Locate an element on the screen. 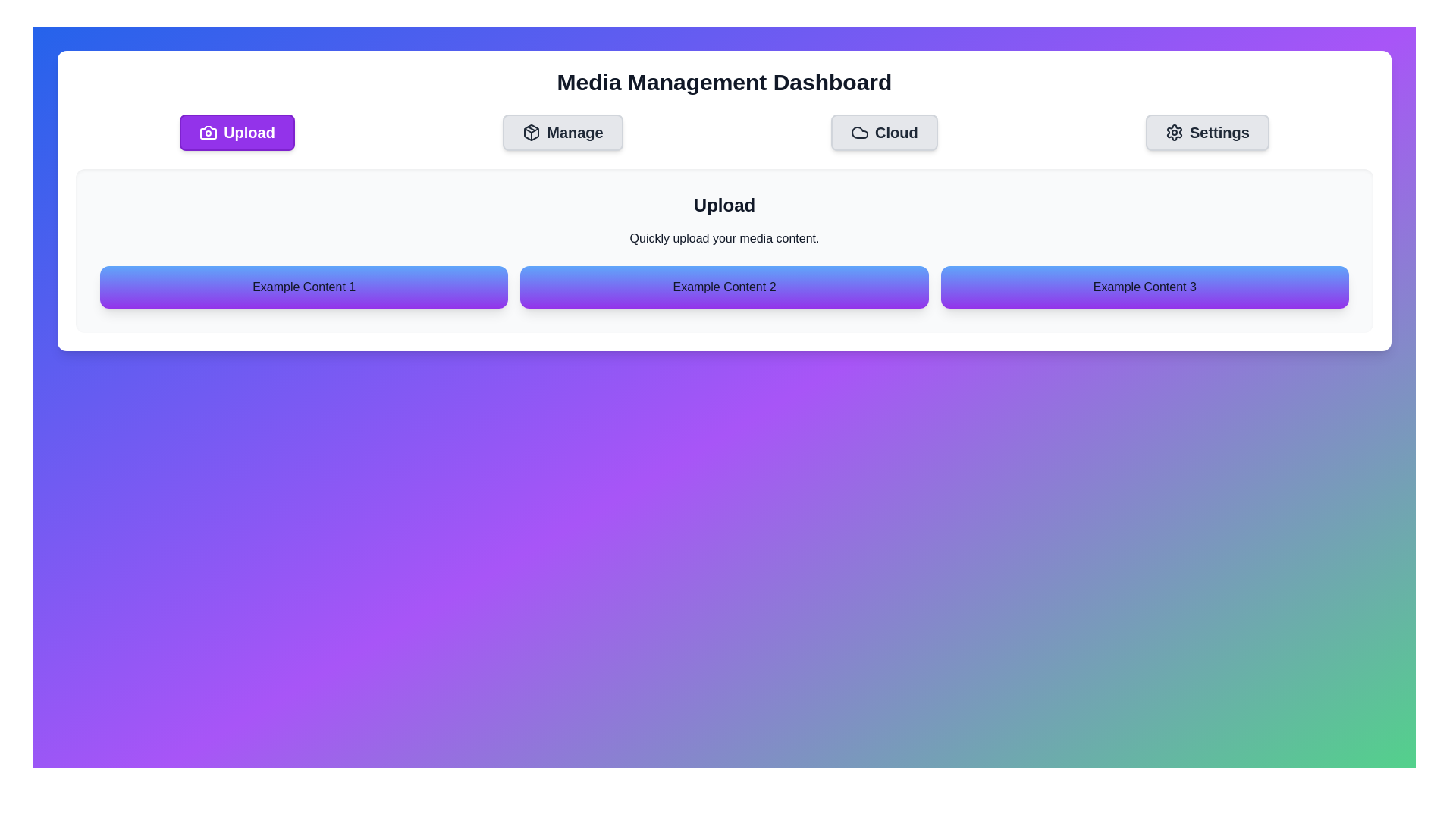 The width and height of the screenshot is (1456, 819). the Upload tab by clicking its corresponding button is located at coordinates (236, 131).